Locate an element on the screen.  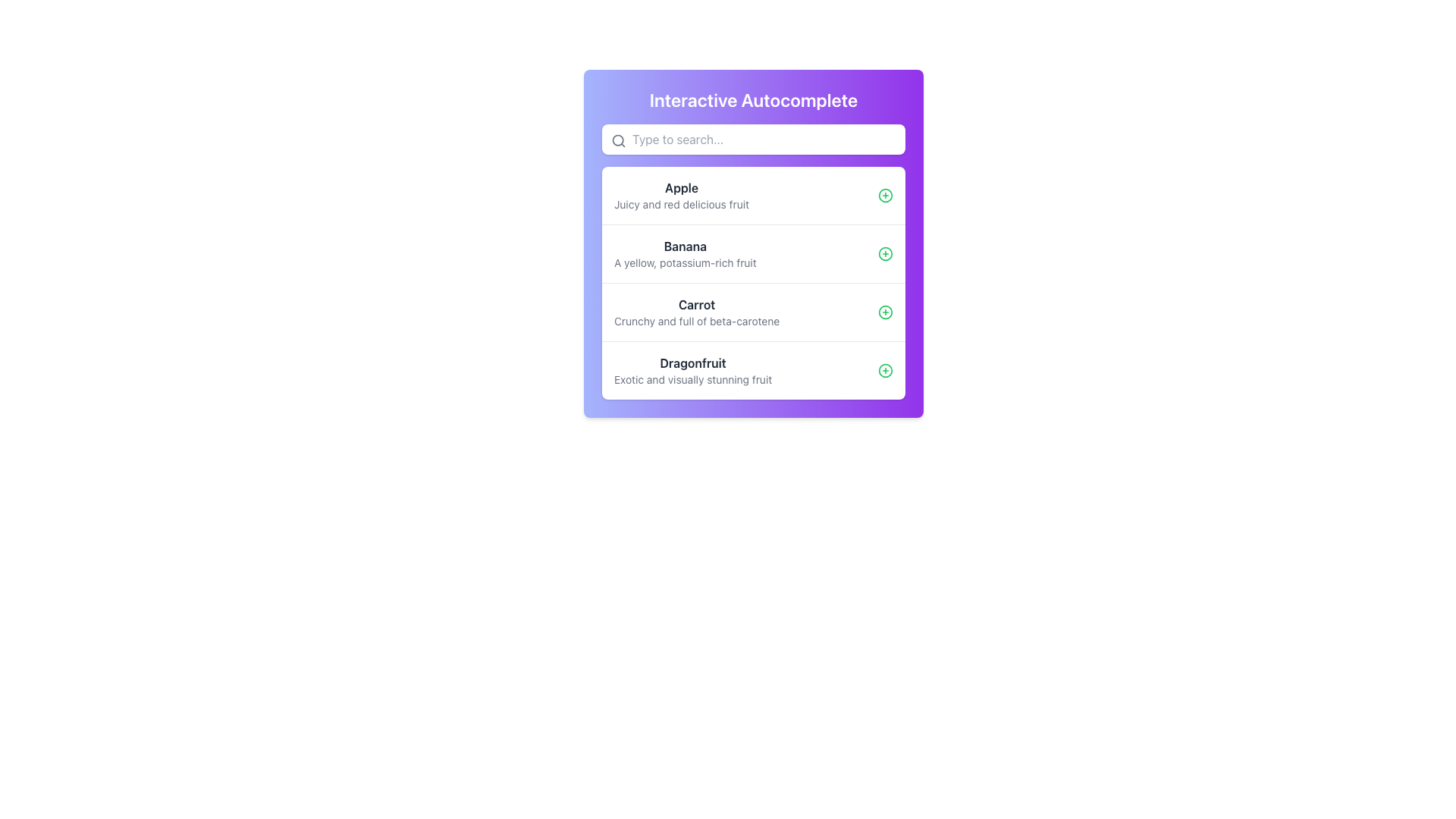
the decorative circular SVG element inside the search icon located on the left side of the input field labeled 'Type to search...' is located at coordinates (618, 140).